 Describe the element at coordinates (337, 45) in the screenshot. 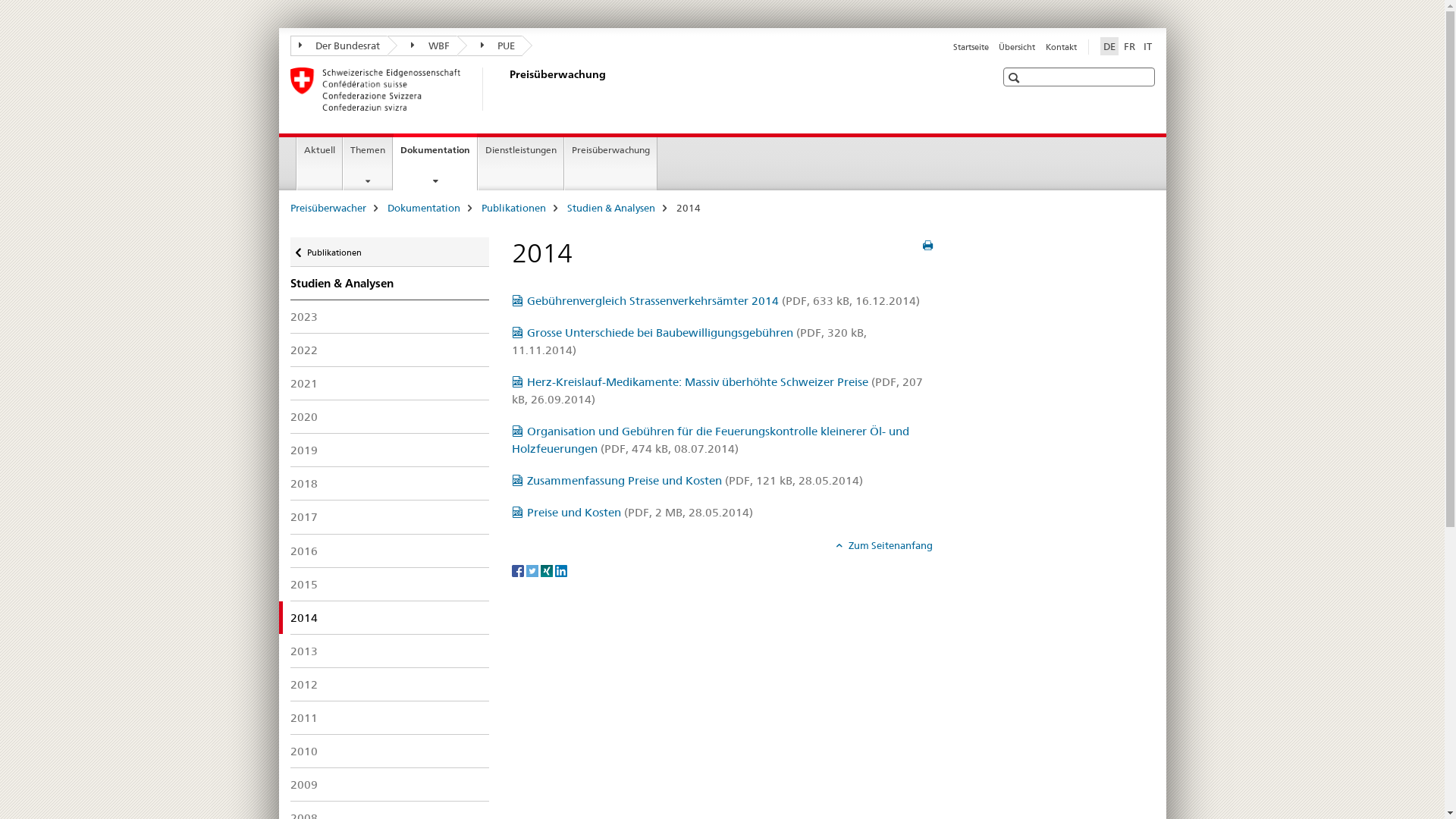

I see `'Der Bundesrat'` at that location.